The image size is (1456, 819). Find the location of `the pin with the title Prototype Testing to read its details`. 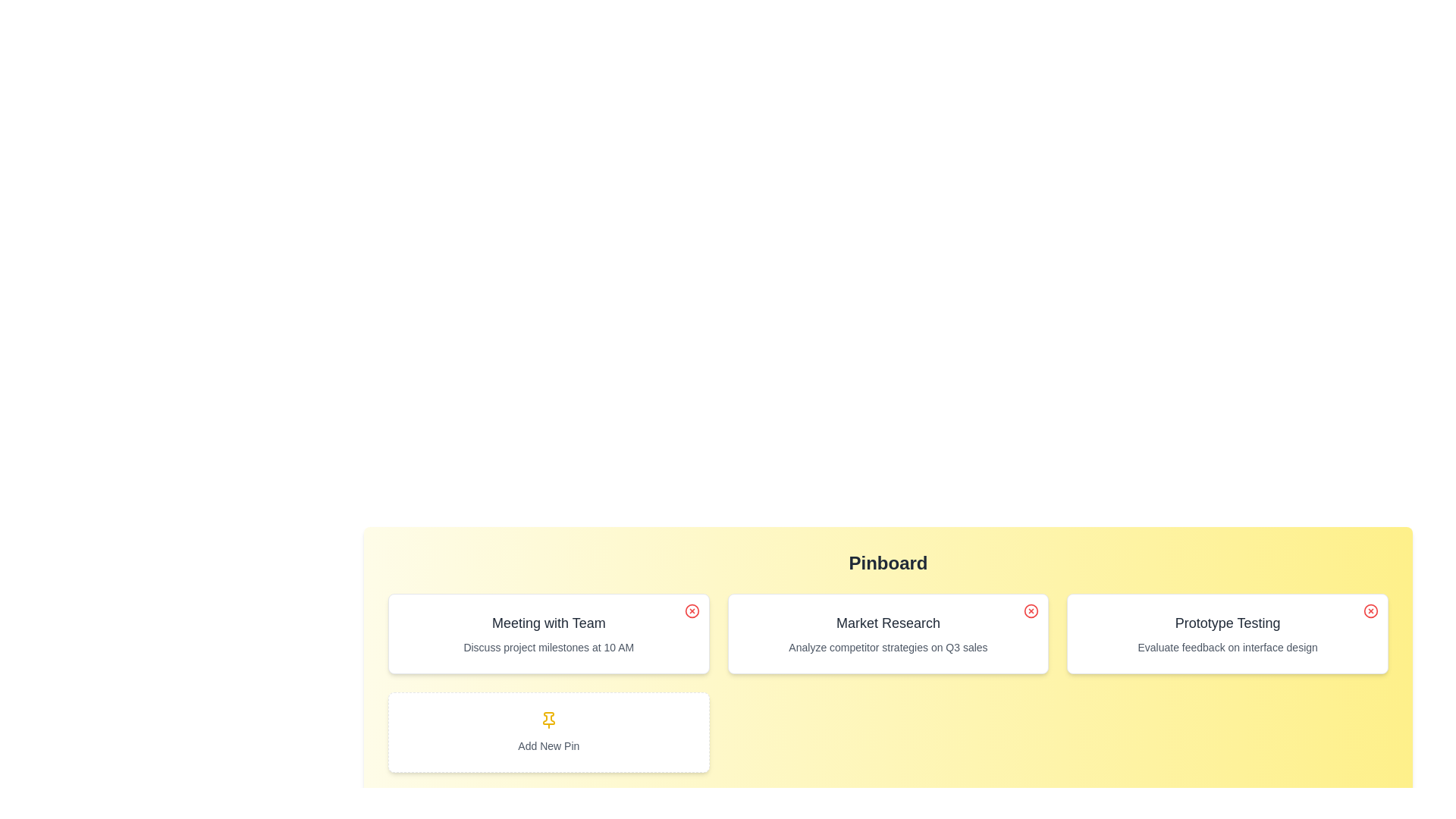

the pin with the title Prototype Testing to read its details is located at coordinates (1228, 634).